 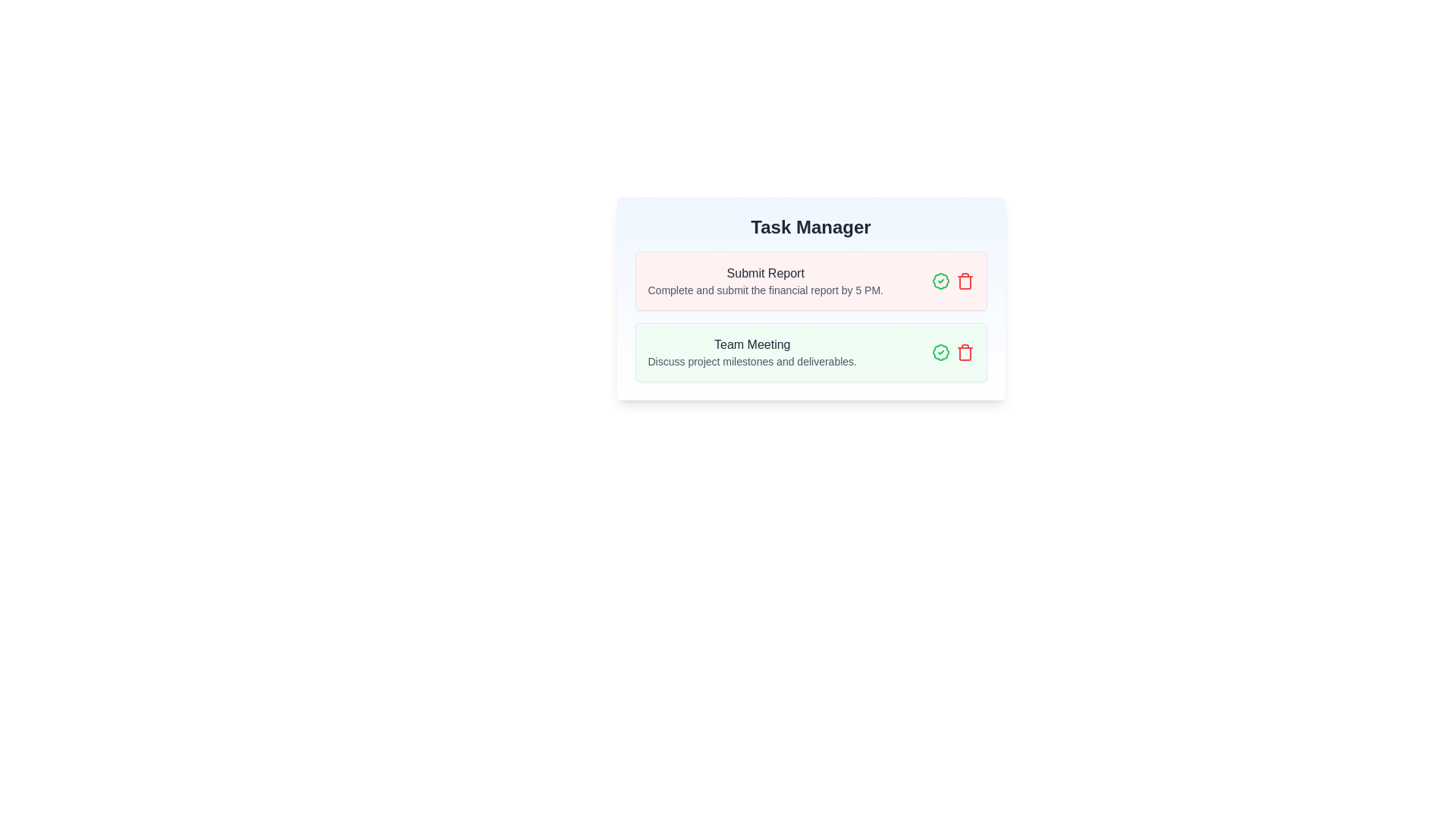 I want to click on task details displayed in the text block located in the upper card of the task list interface, which contains a header and a descriptive paragraph, so click(x=765, y=281).